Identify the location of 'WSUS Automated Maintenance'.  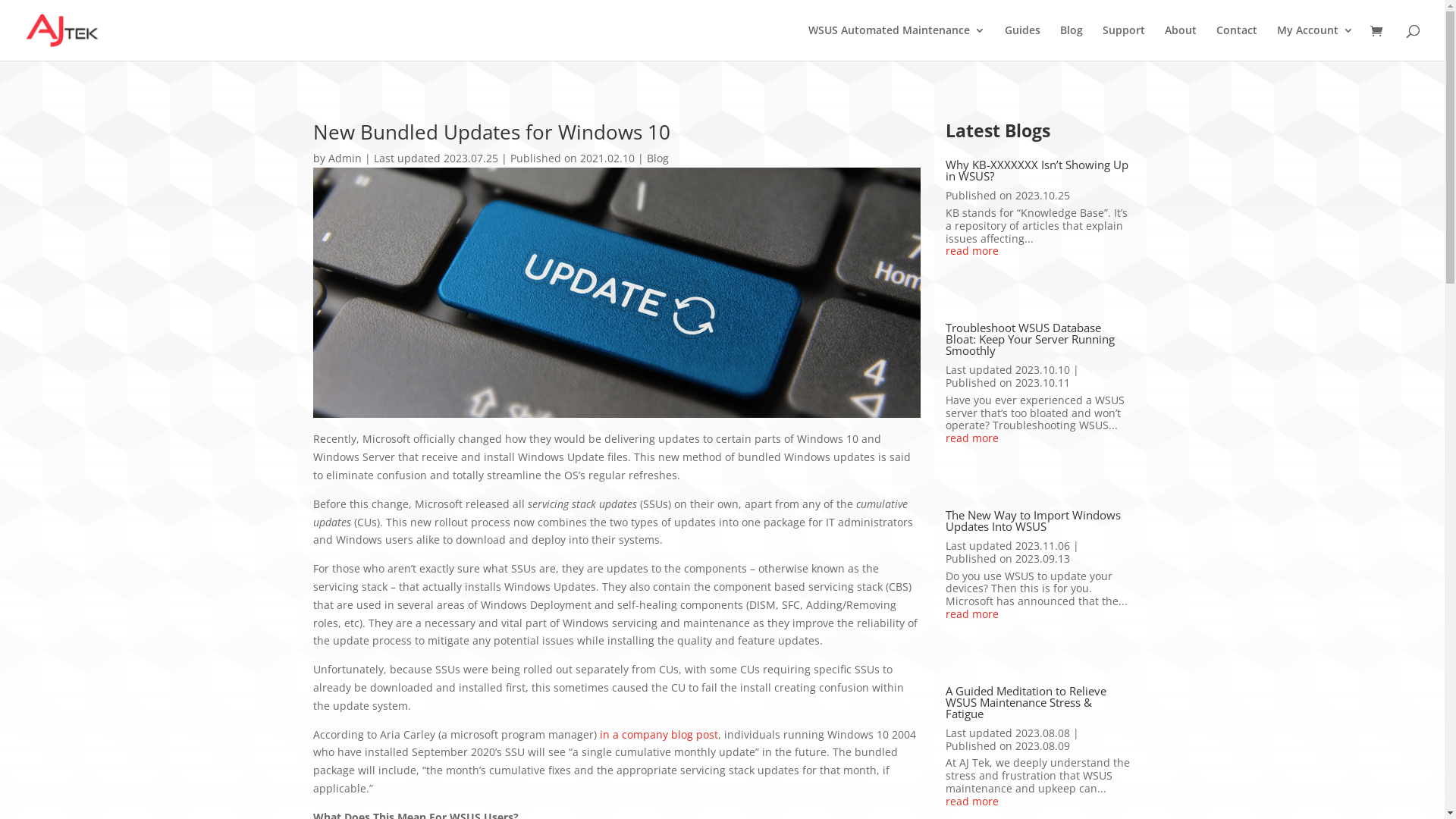
(896, 42).